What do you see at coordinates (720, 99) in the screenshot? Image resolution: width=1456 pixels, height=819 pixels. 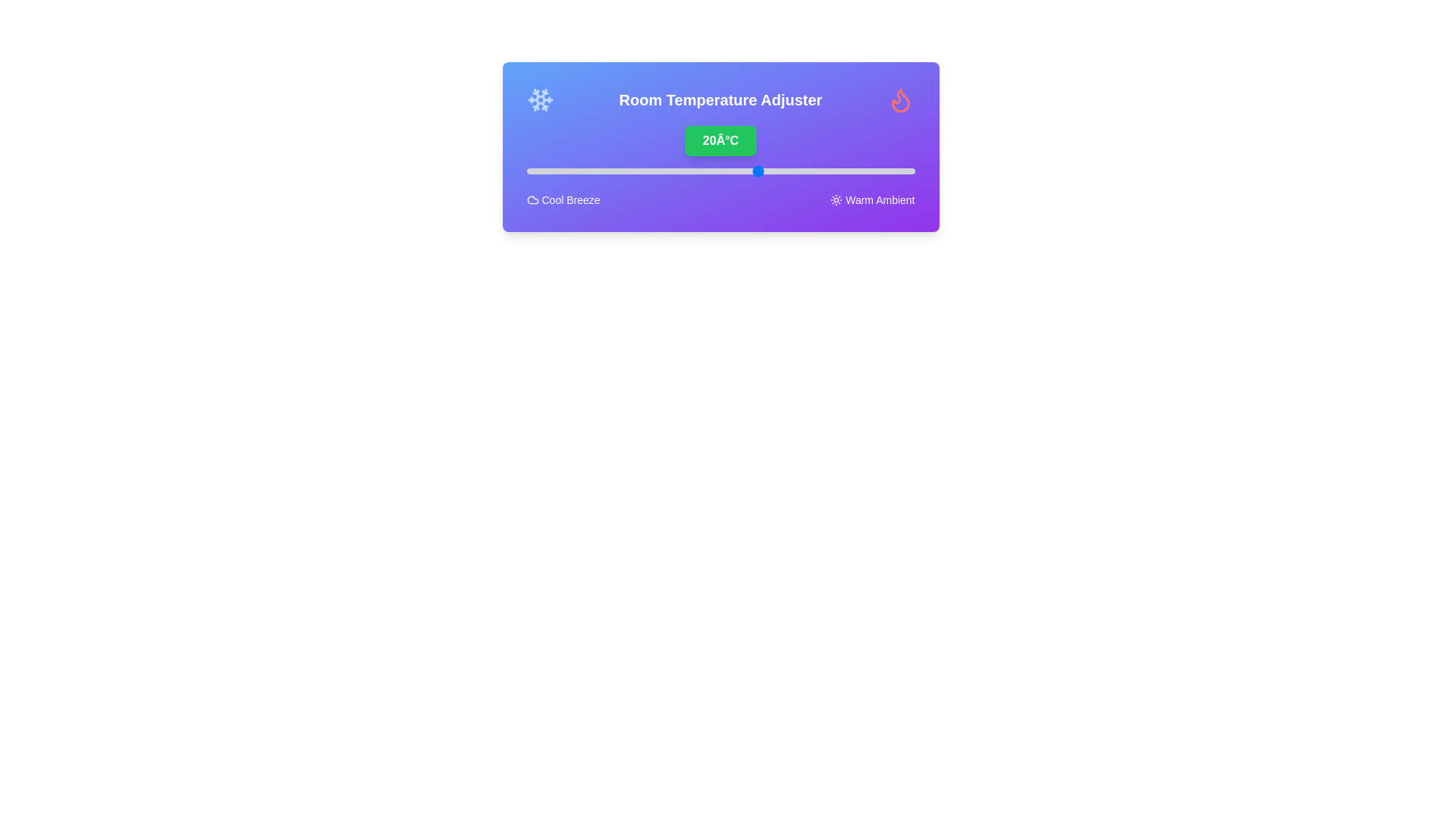 I see `the center of the text 'Room Temperature Adjuster'` at bounding box center [720, 99].